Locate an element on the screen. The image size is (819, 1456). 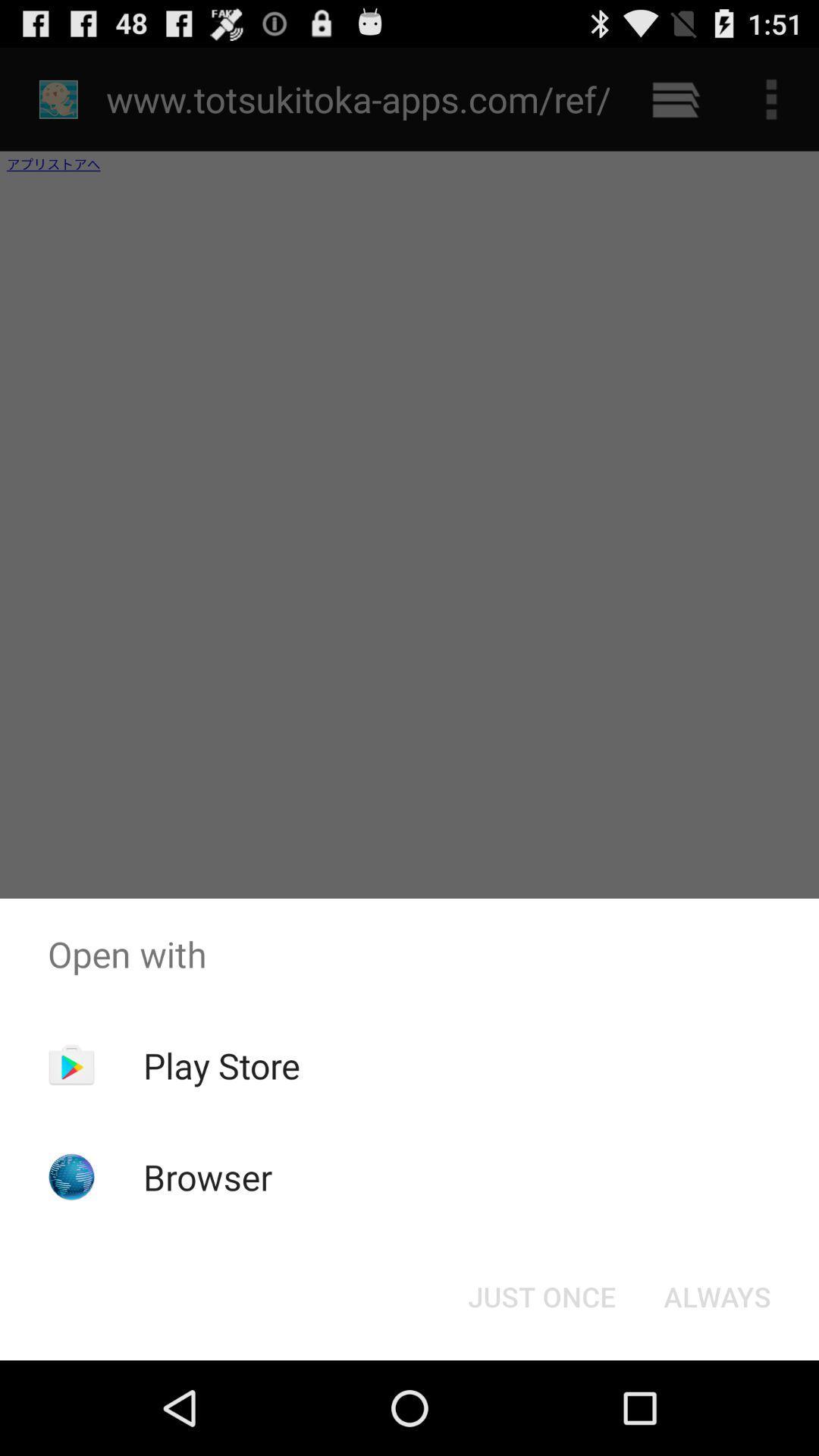
the icon at the bottom right corner is located at coordinates (717, 1295).